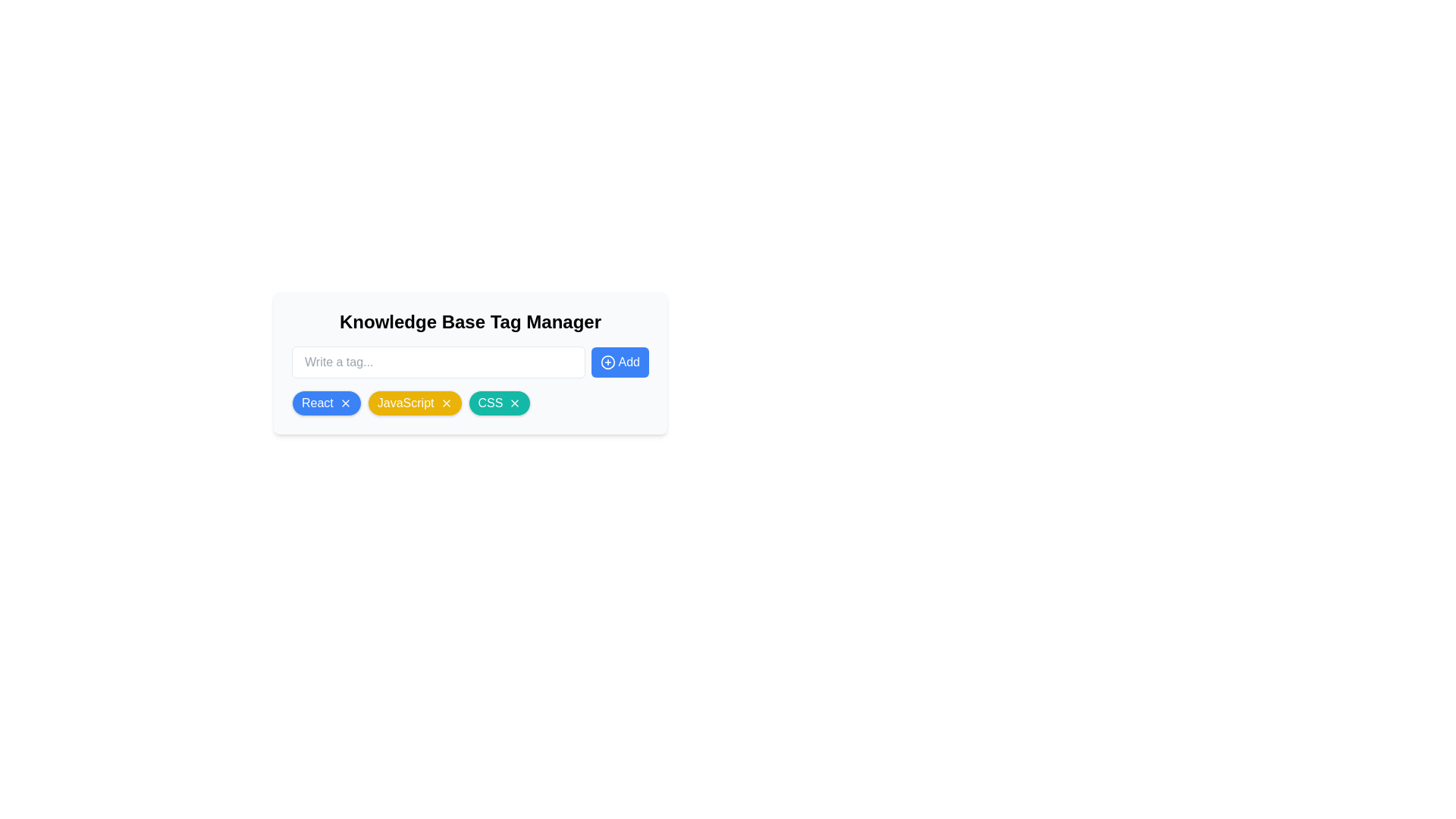  What do you see at coordinates (325, 403) in the screenshot?
I see `the close icon on the first selectable tag` at bounding box center [325, 403].